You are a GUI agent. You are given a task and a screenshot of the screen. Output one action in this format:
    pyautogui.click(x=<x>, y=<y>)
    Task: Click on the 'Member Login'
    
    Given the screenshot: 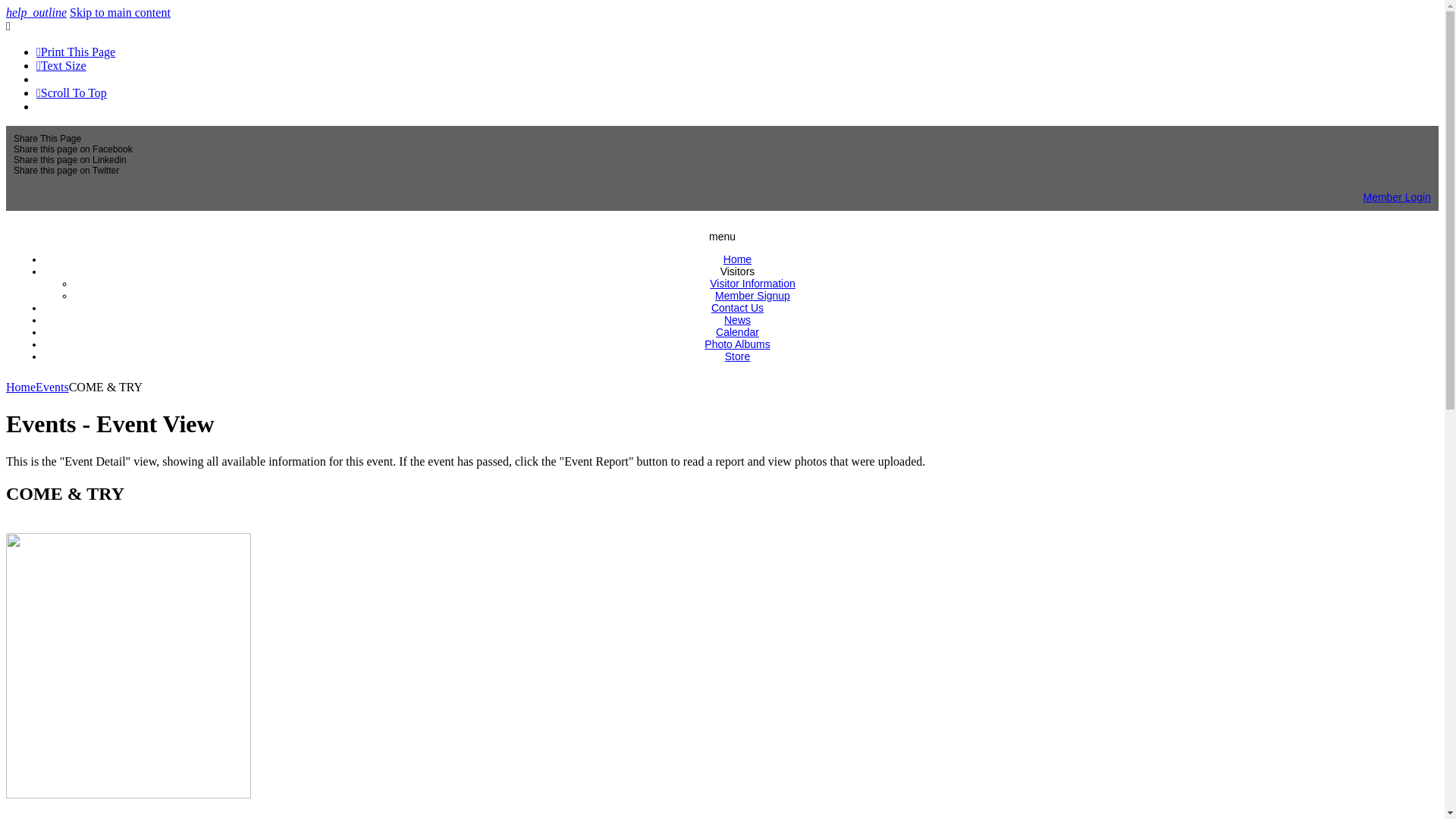 What is the action you would take?
    pyautogui.click(x=1397, y=196)
    